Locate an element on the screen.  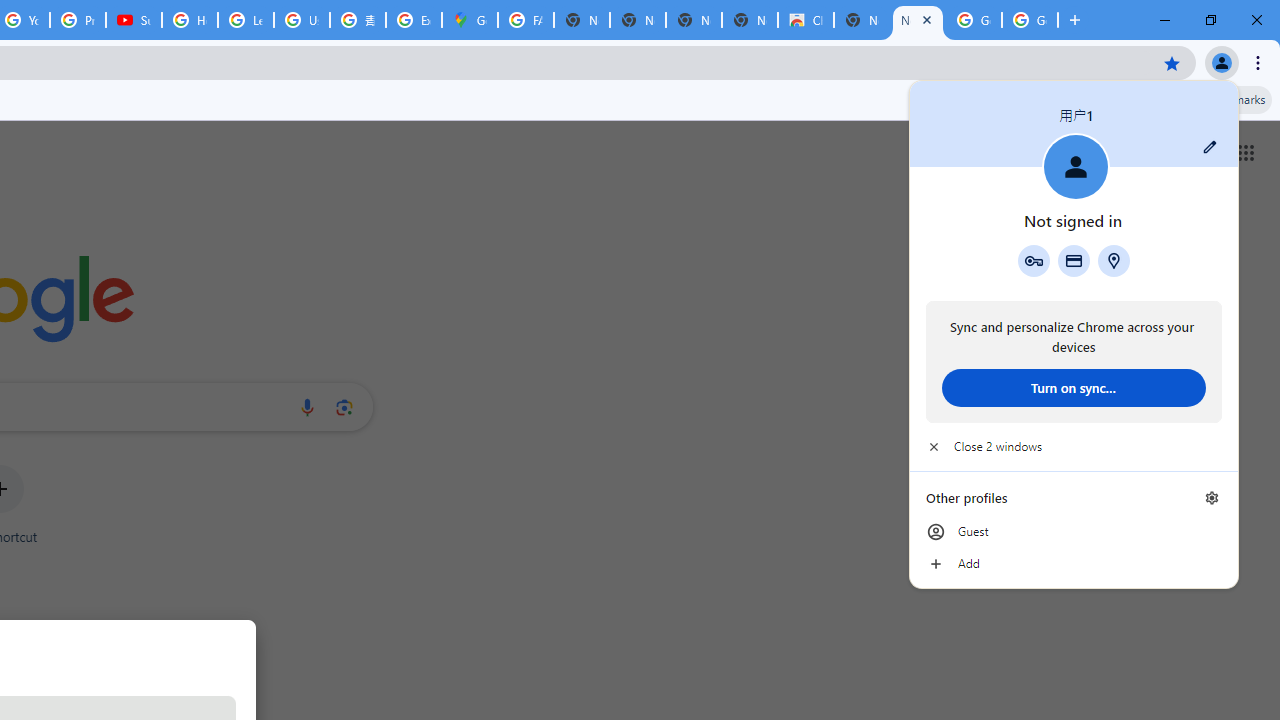
'Google Maps' is located at coordinates (468, 20).